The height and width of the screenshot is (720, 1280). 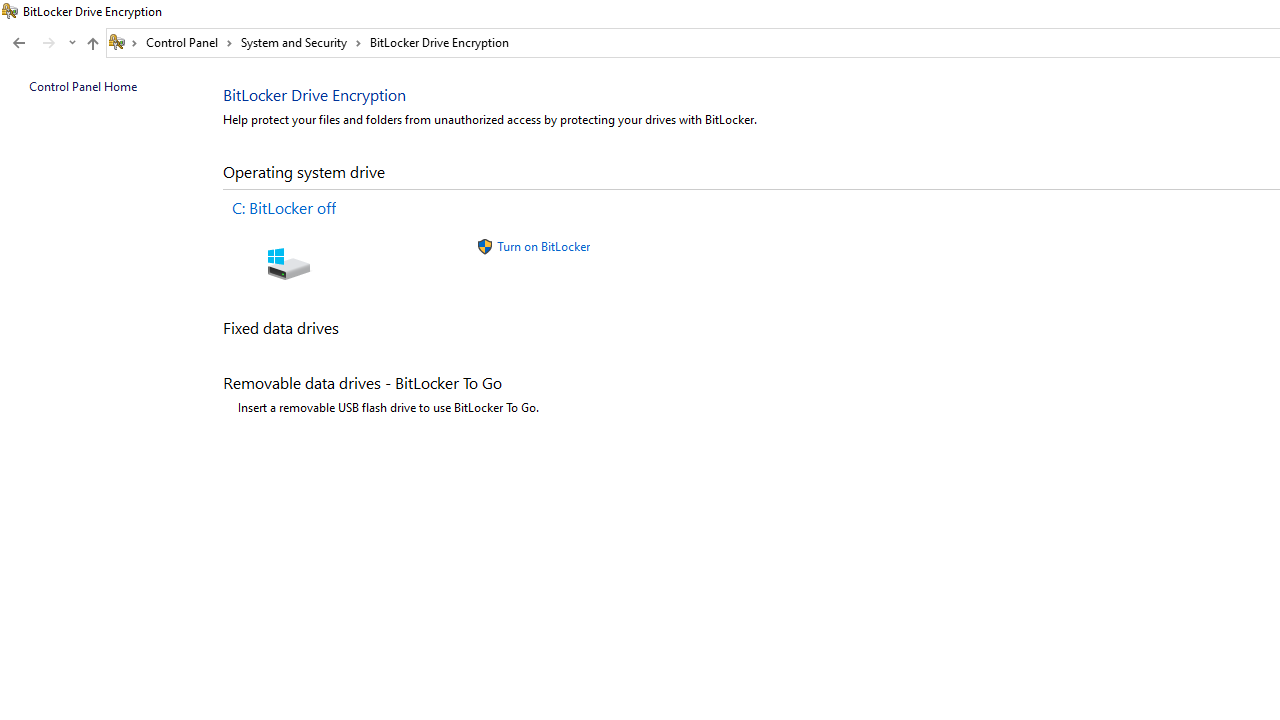 I want to click on 'Control Panel', so click(x=189, y=42).